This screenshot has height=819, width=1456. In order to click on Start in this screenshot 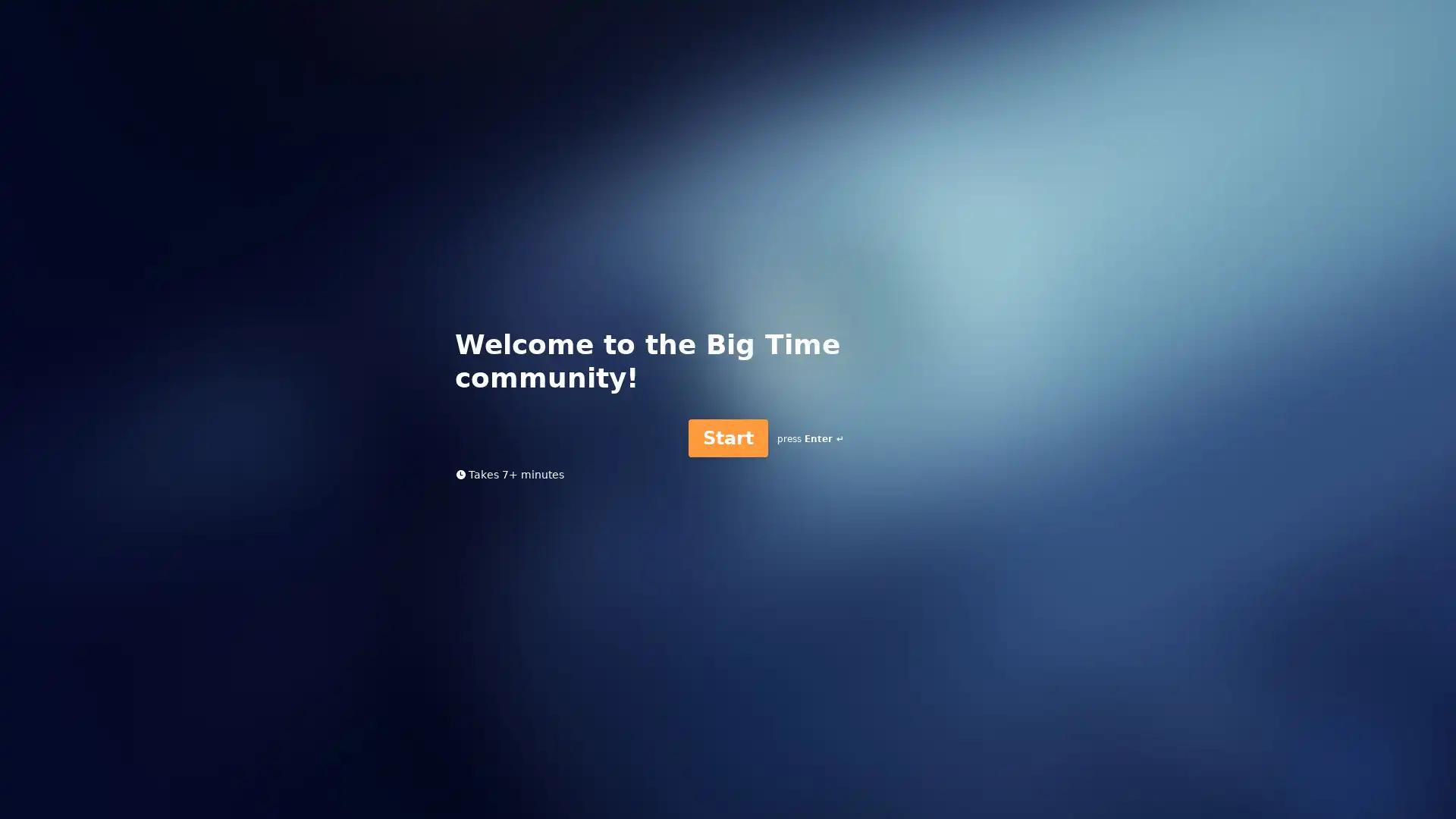, I will do `click(726, 438)`.